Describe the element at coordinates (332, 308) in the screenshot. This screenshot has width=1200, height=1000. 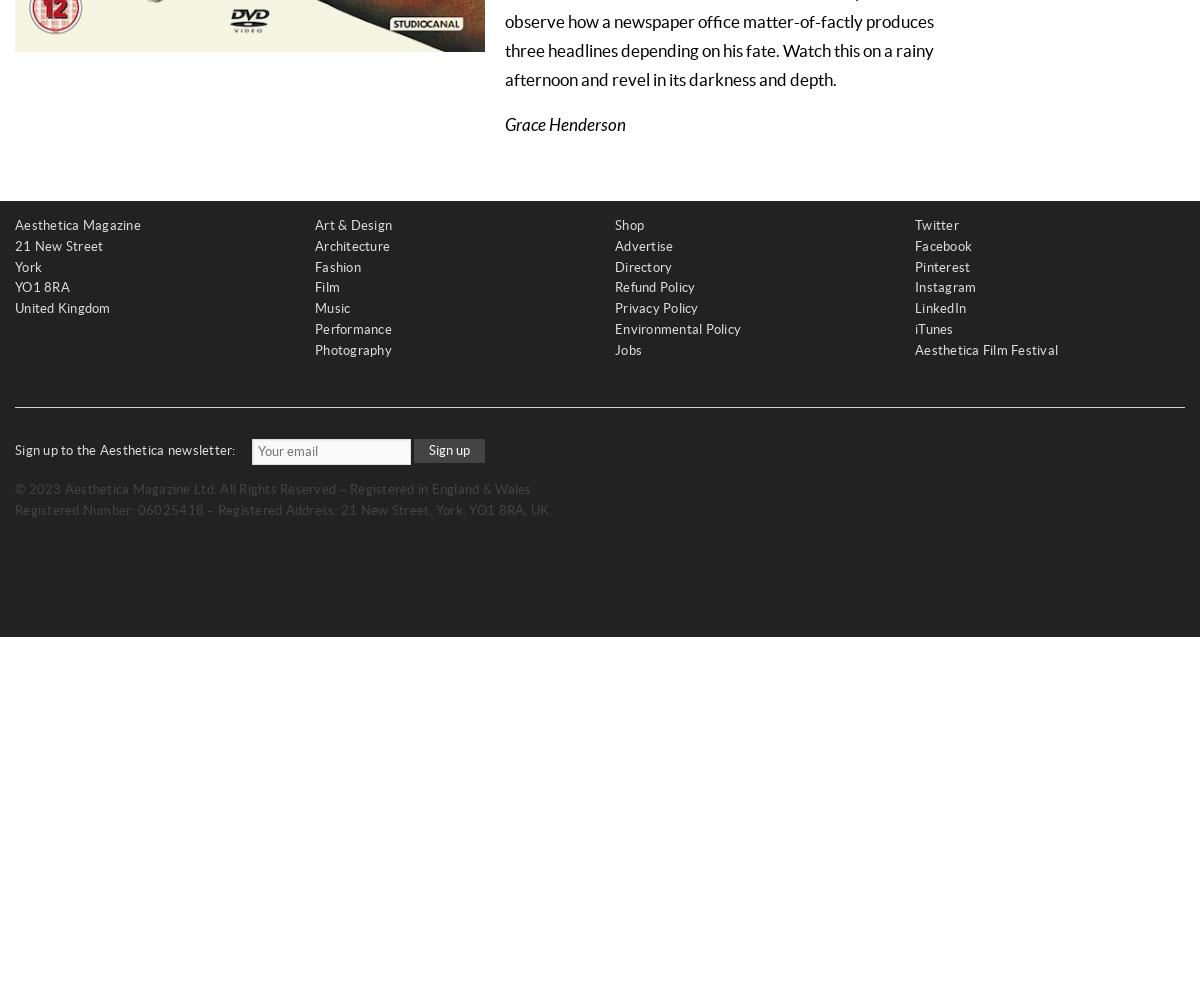
I see `'Music'` at that location.